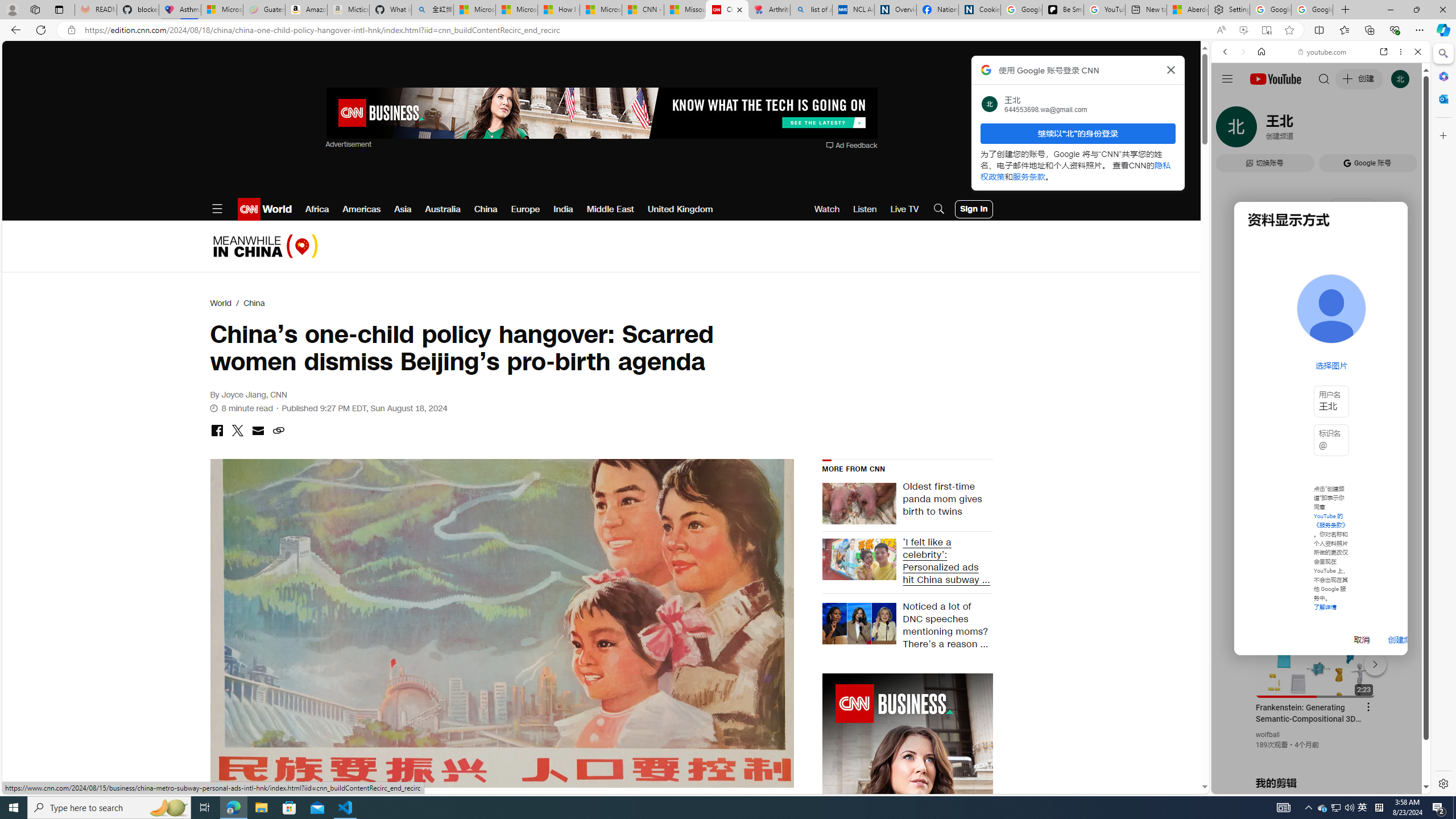 The image size is (1456, 819). Describe the element at coordinates (526, 209) in the screenshot. I see `'Europe'` at that location.